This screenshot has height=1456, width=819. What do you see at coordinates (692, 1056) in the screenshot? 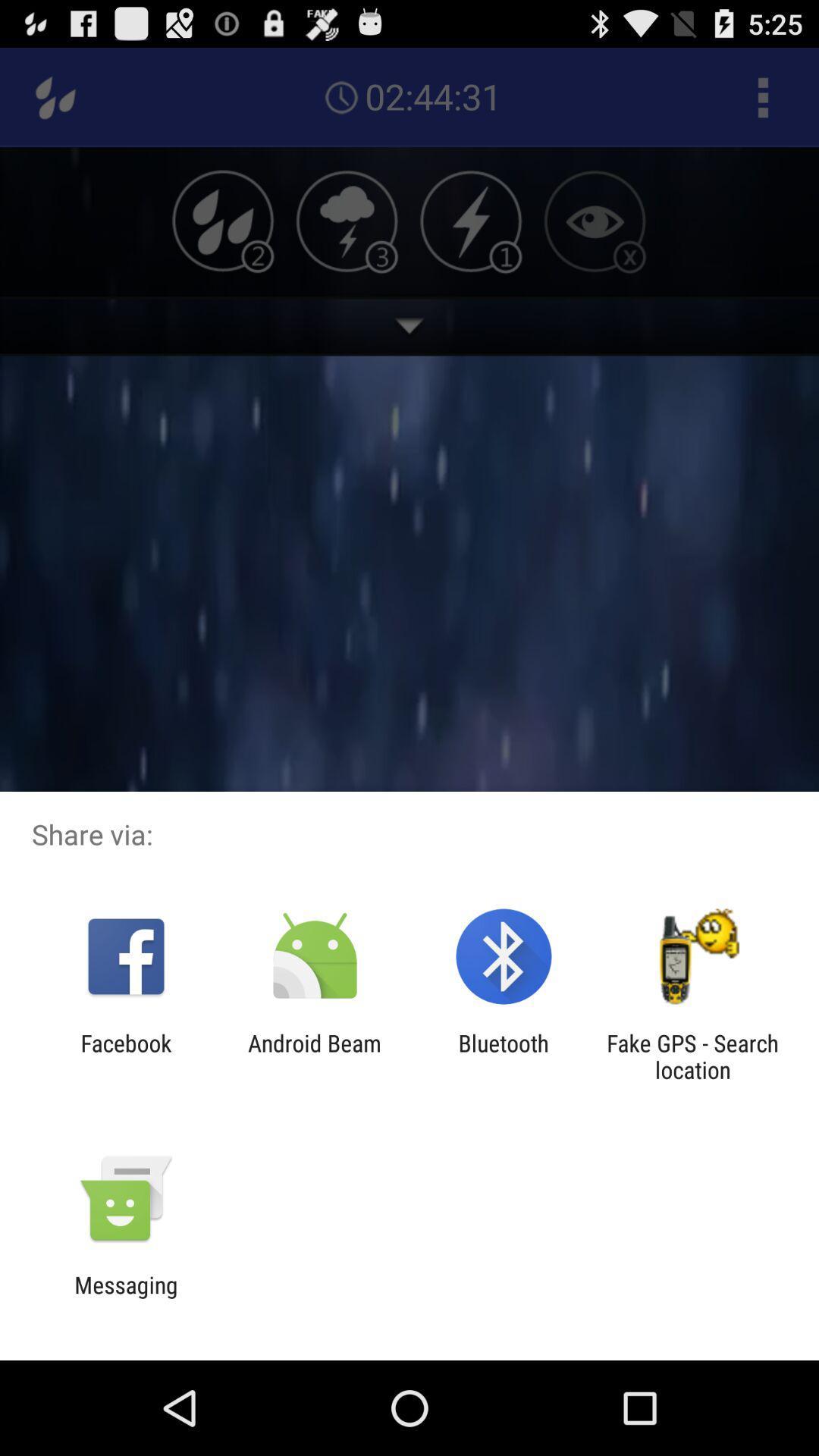
I see `app at the bottom right corner` at bounding box center [692, 1056].